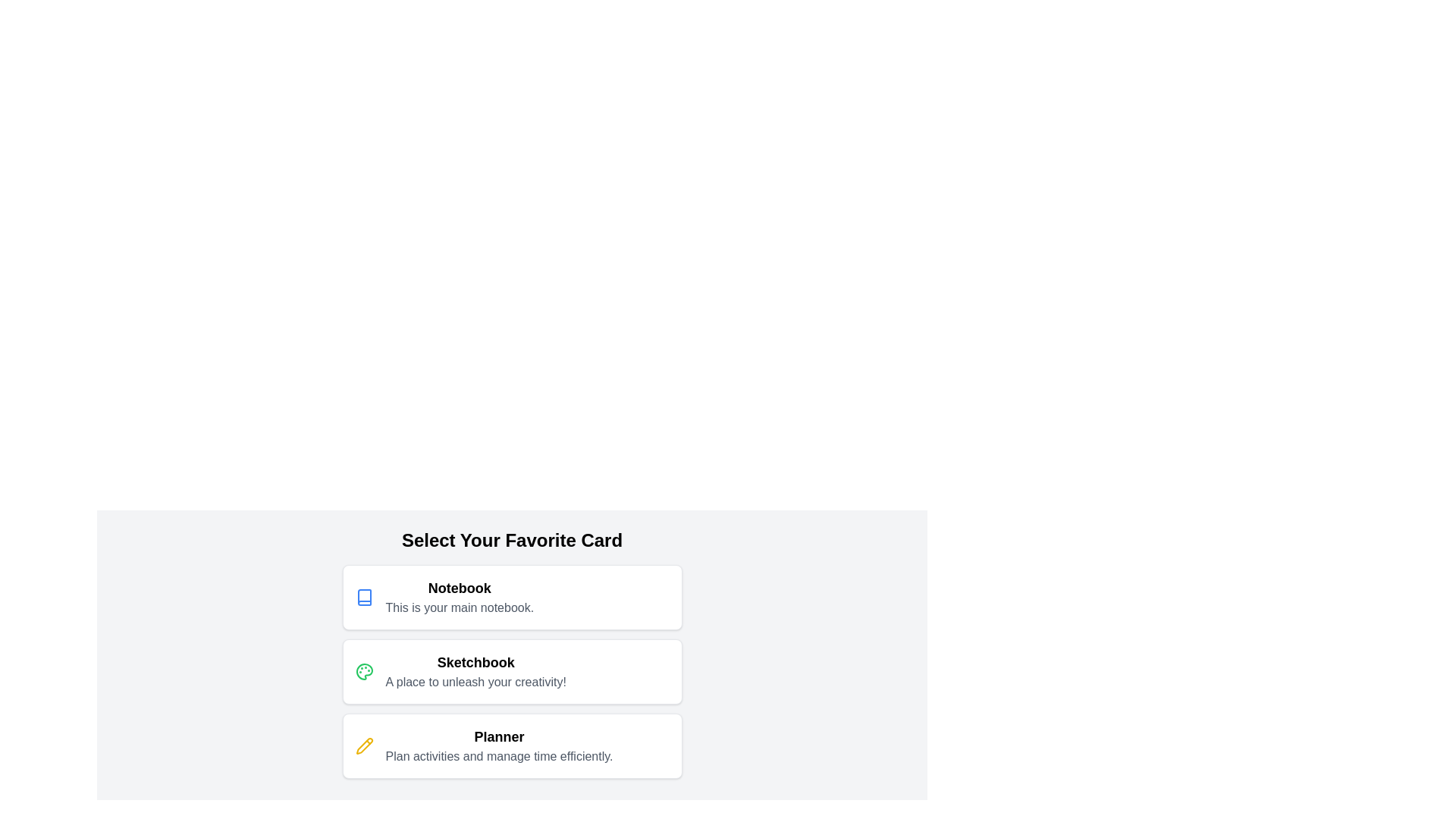 This screenshot has width=1456, height=819. What do you see at coordinates (364, 671) in the screenshot?
I see `the Sketchbook icon, which visually represents creativity and artistry, located in the middle section of the 'Select Your Favorite Card' list, to the left of the 'Sketchbook' text` at bounding box center [364, 671].